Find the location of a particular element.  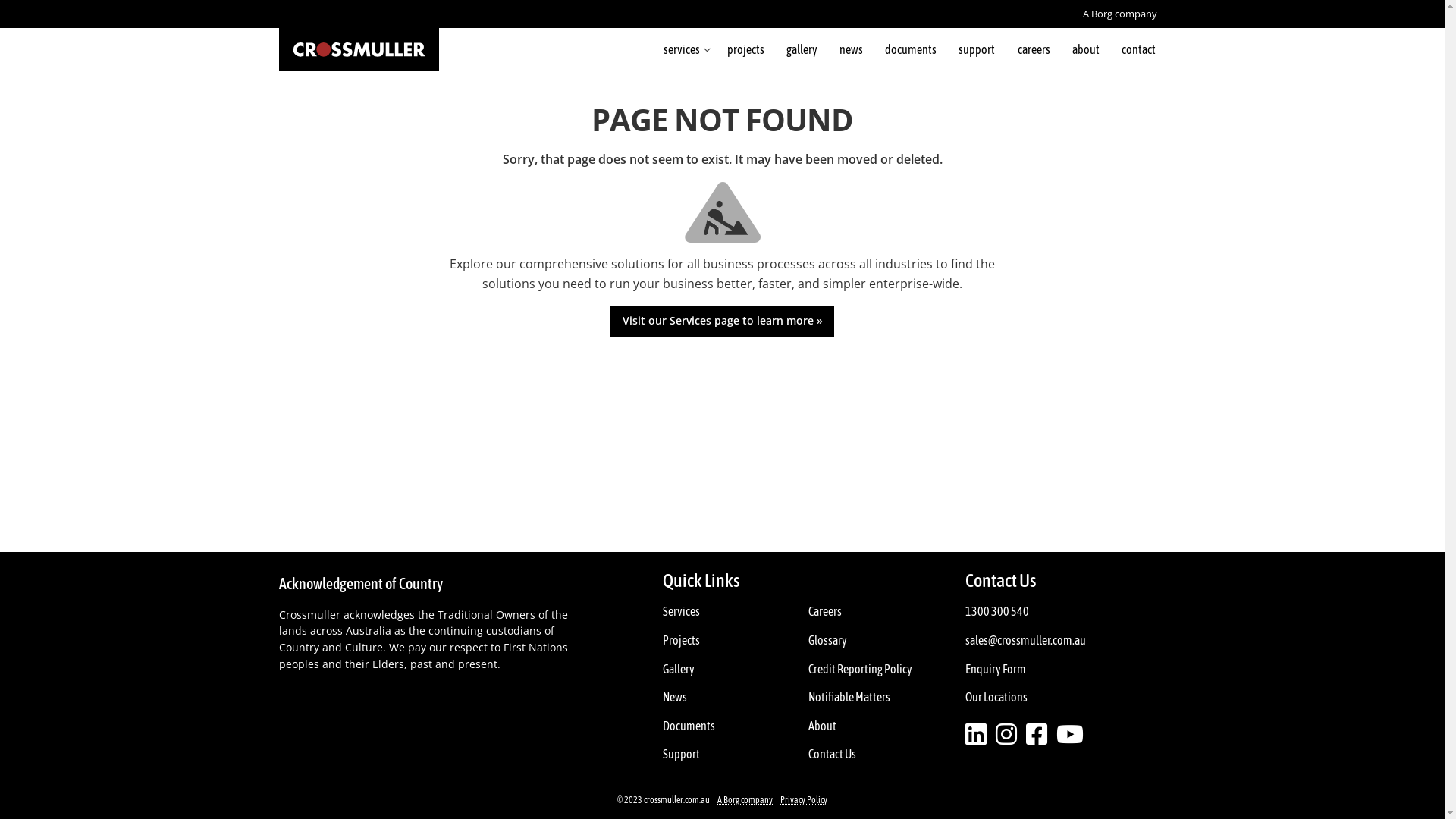

'Documents' is located at coordinates (688, 725).